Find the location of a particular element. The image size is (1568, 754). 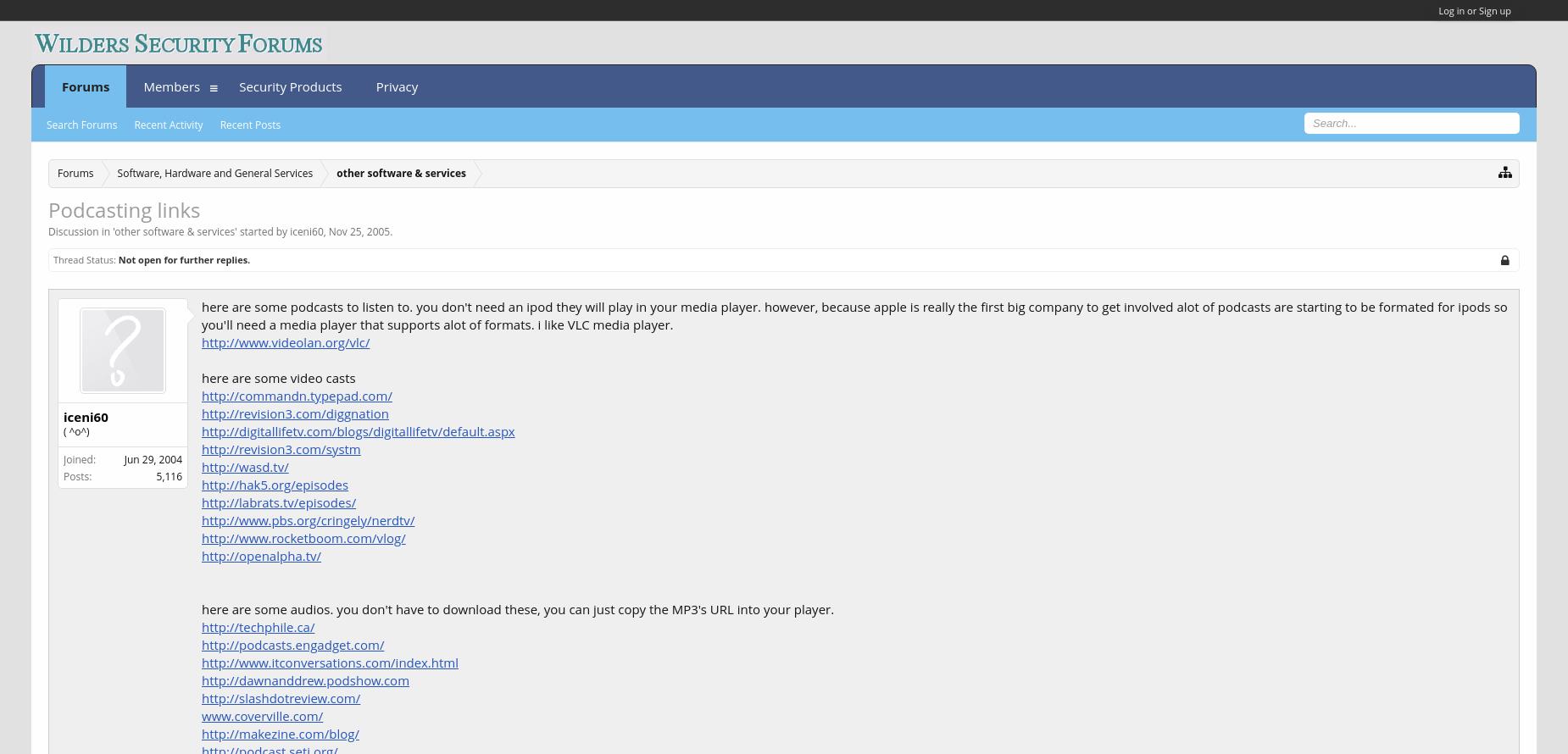

'Nov 25, 2005' is located at coordinates (358, 230).